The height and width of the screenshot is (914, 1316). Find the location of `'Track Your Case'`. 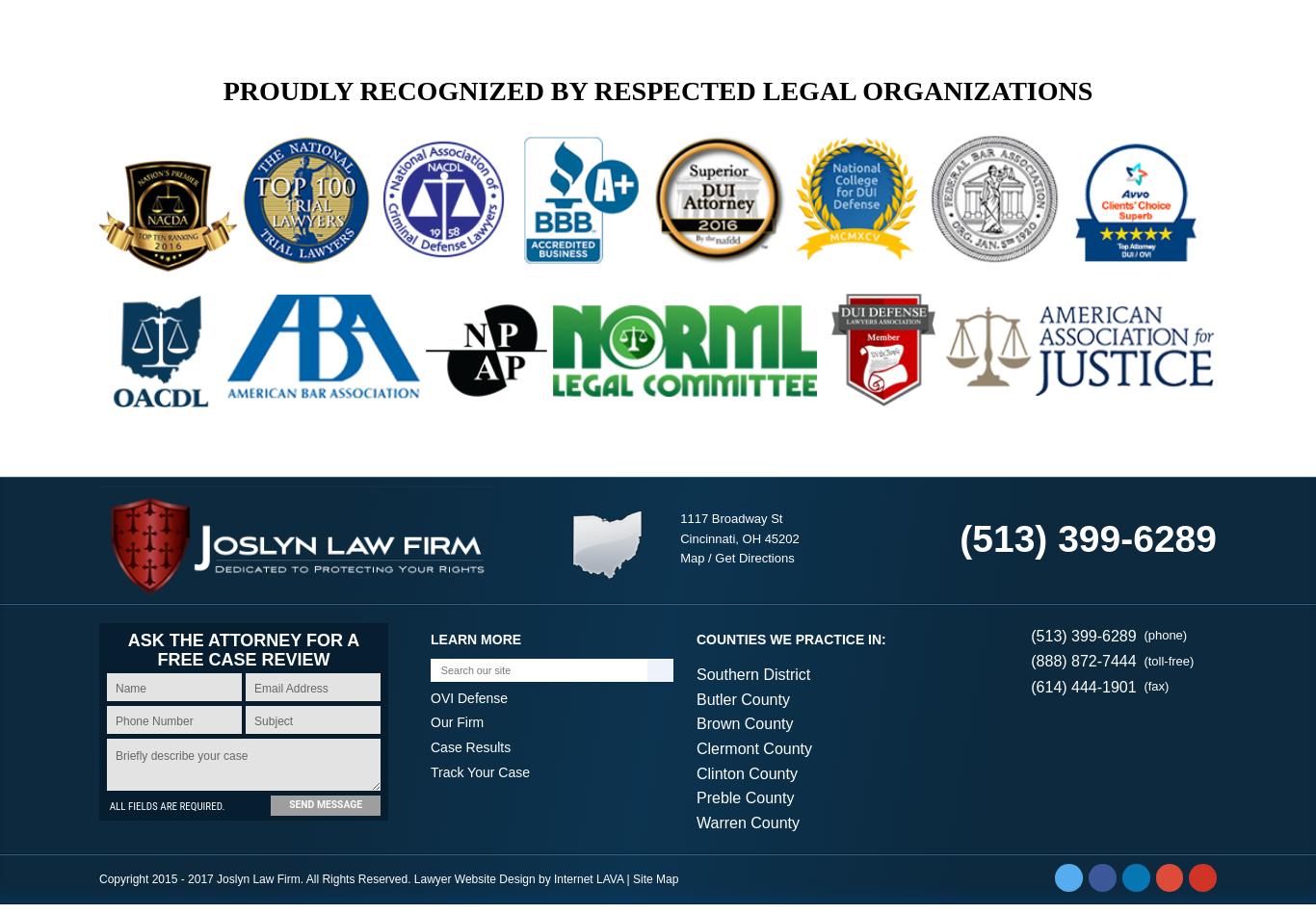

'Track Your Case' is located at coordinates (480, 782).